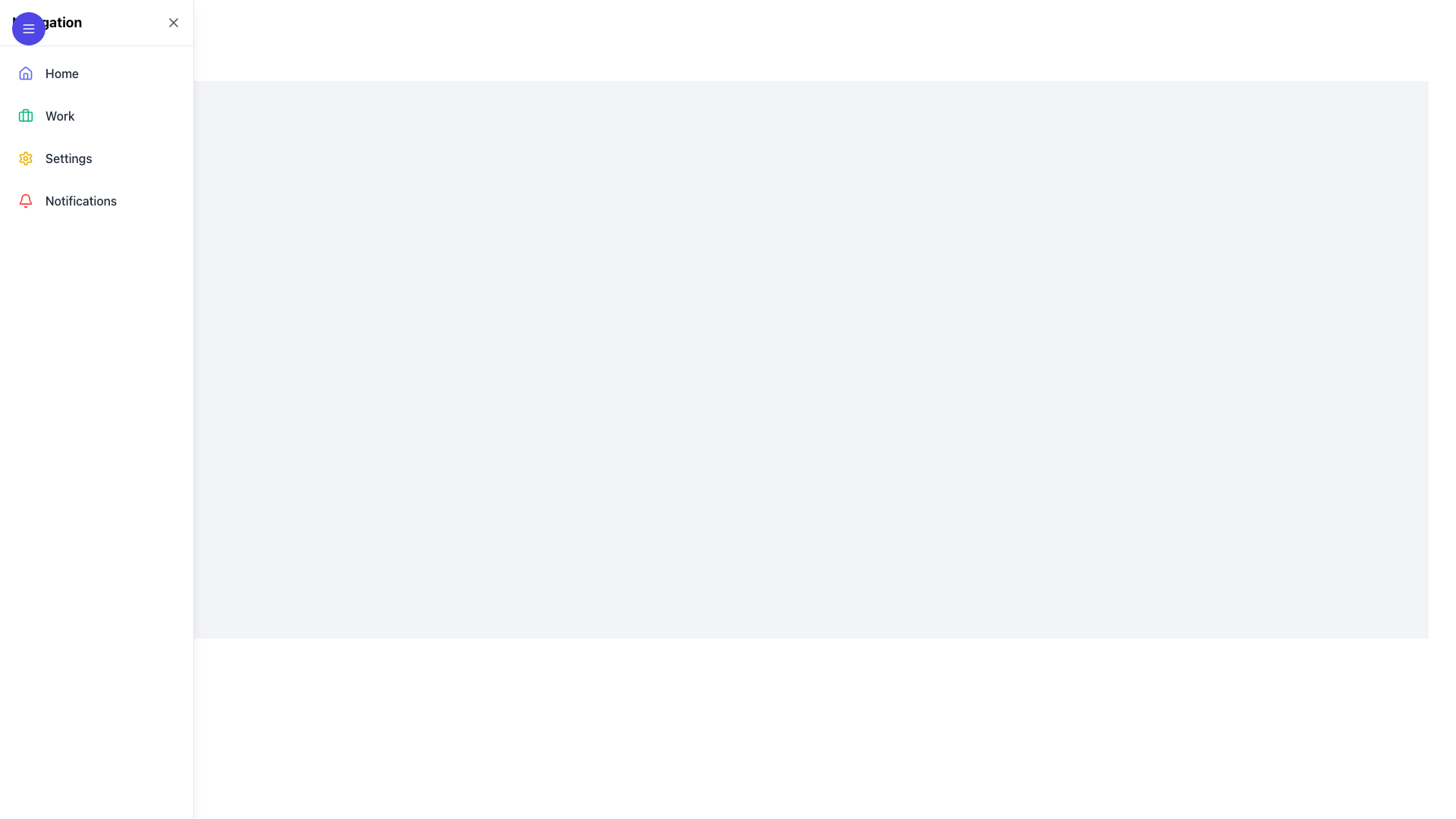  What do you see at coordinates (96, 115) in the screenshot?
I see `the second menu item in the vertical navigation menu, which directs the user to the 'Work' section, located below 'Home' and above 'Settings'` at bounding box center [96, 115].